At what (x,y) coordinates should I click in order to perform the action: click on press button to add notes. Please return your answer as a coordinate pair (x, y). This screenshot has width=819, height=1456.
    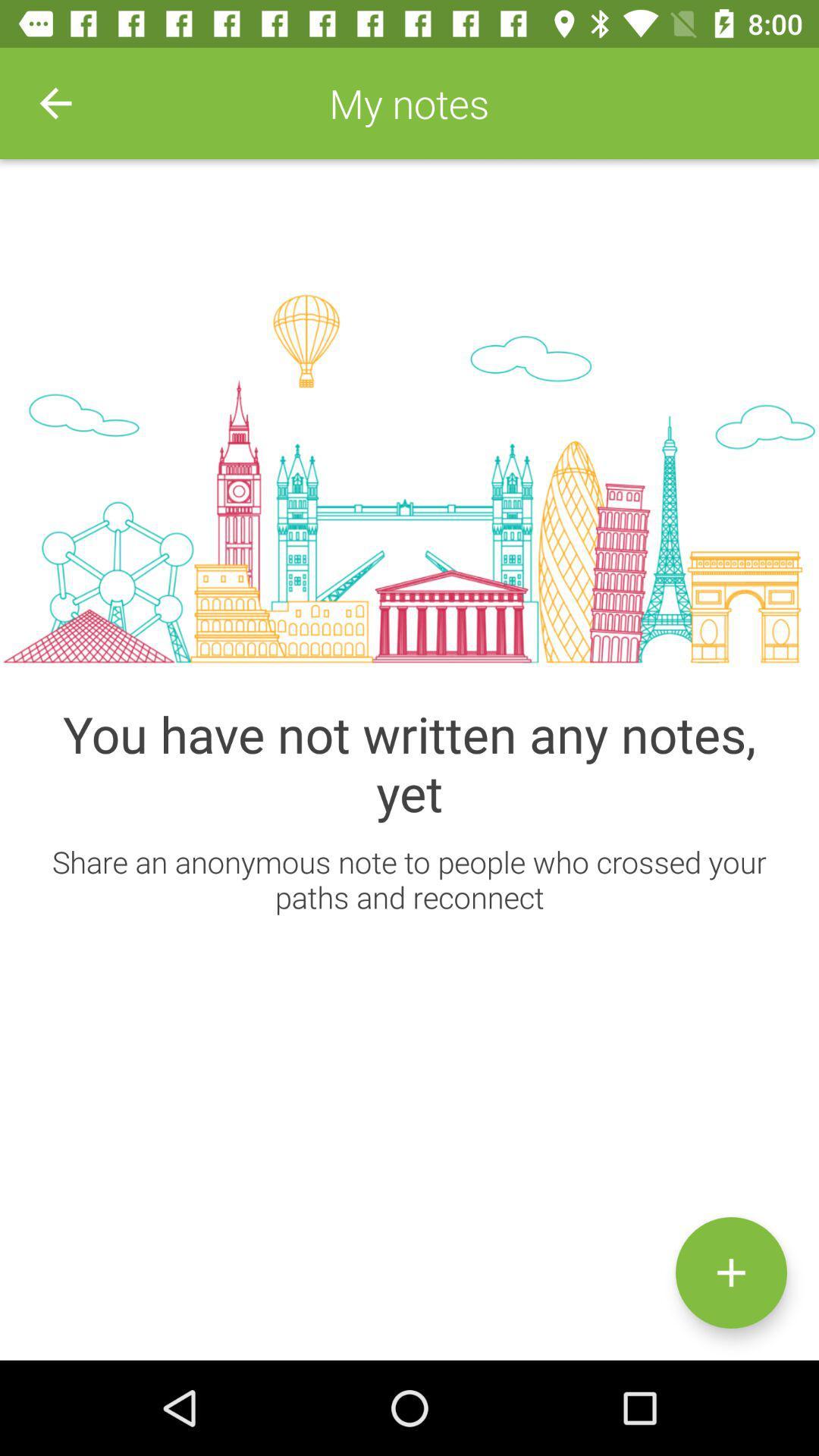
    Looking at the image, I should click on (730, 1272).